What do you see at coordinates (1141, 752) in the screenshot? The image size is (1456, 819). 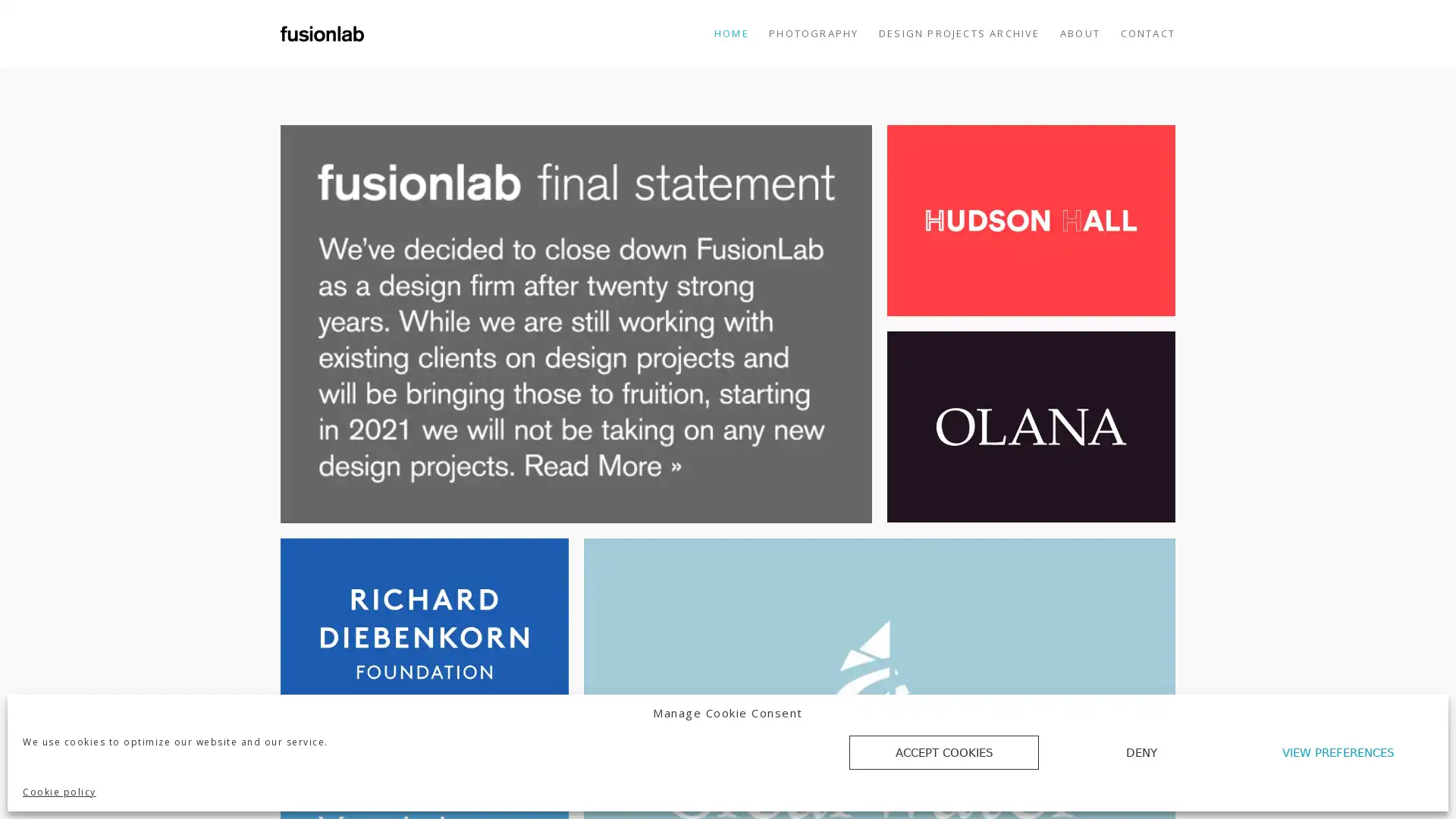 I see `DENY` at bounding box center [1141, 752].